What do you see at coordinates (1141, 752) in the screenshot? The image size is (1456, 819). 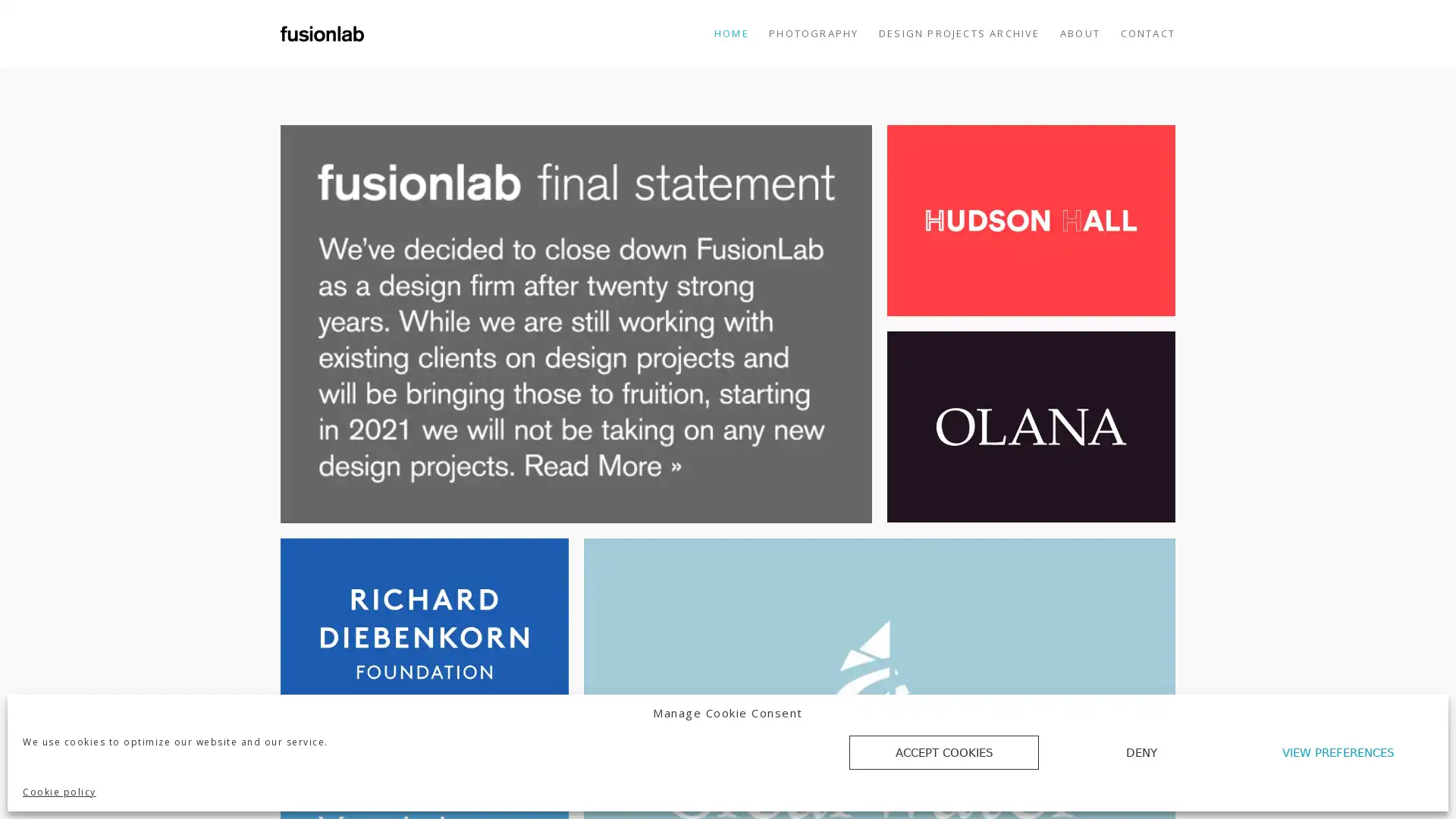 I see `DENY` at bounding box center [1141, 752].